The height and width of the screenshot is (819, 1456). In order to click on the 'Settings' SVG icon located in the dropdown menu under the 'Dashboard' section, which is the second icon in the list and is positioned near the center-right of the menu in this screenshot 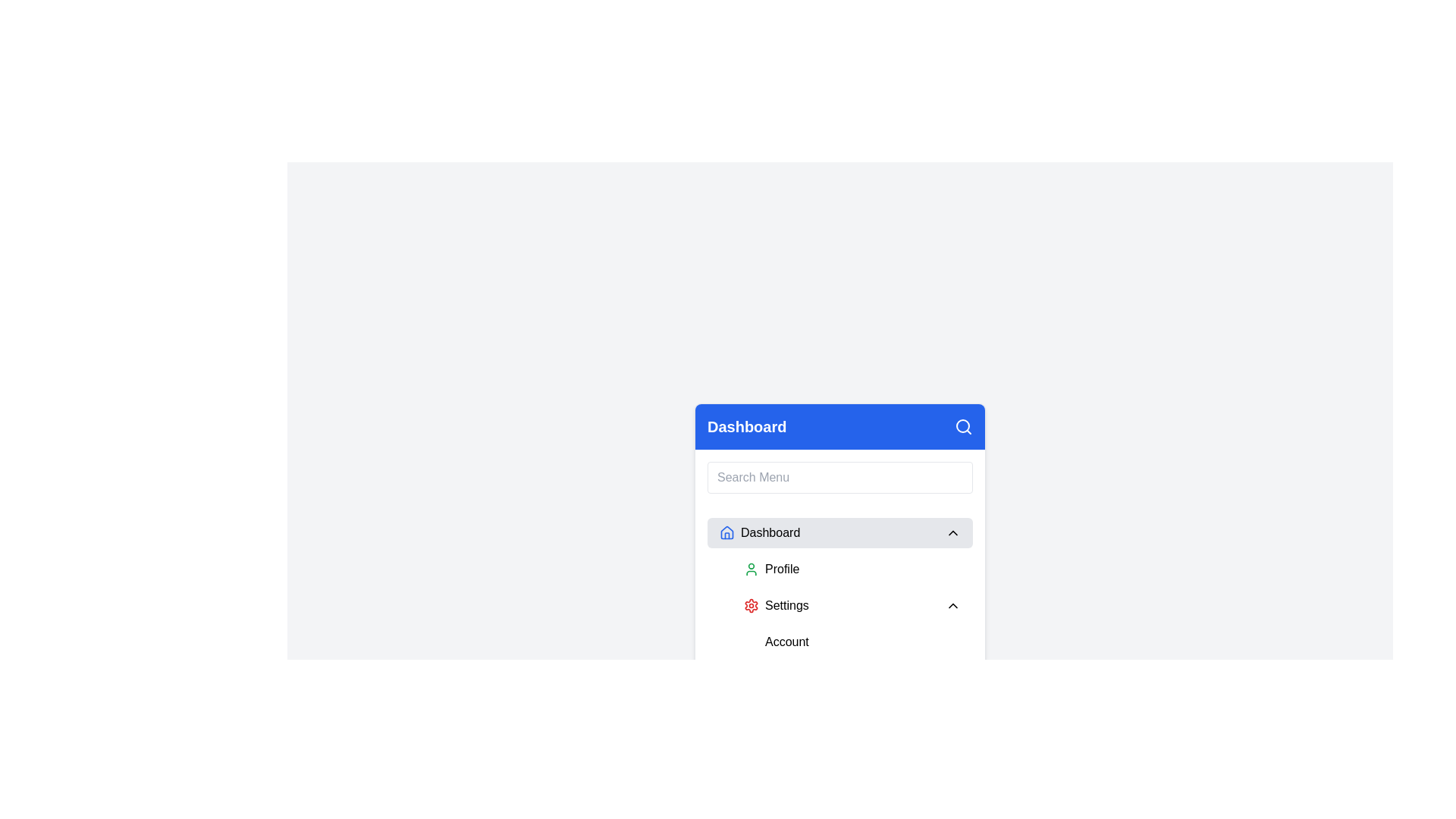, I will do `click(751, 604)`.